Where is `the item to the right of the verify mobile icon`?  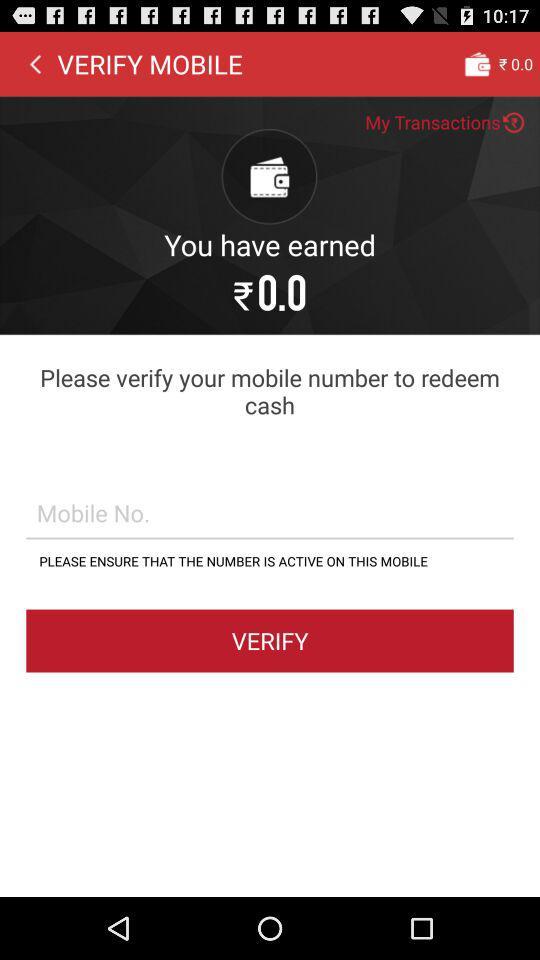
the item to the right of the verify mobile icon is located at coordinates (476, 63).